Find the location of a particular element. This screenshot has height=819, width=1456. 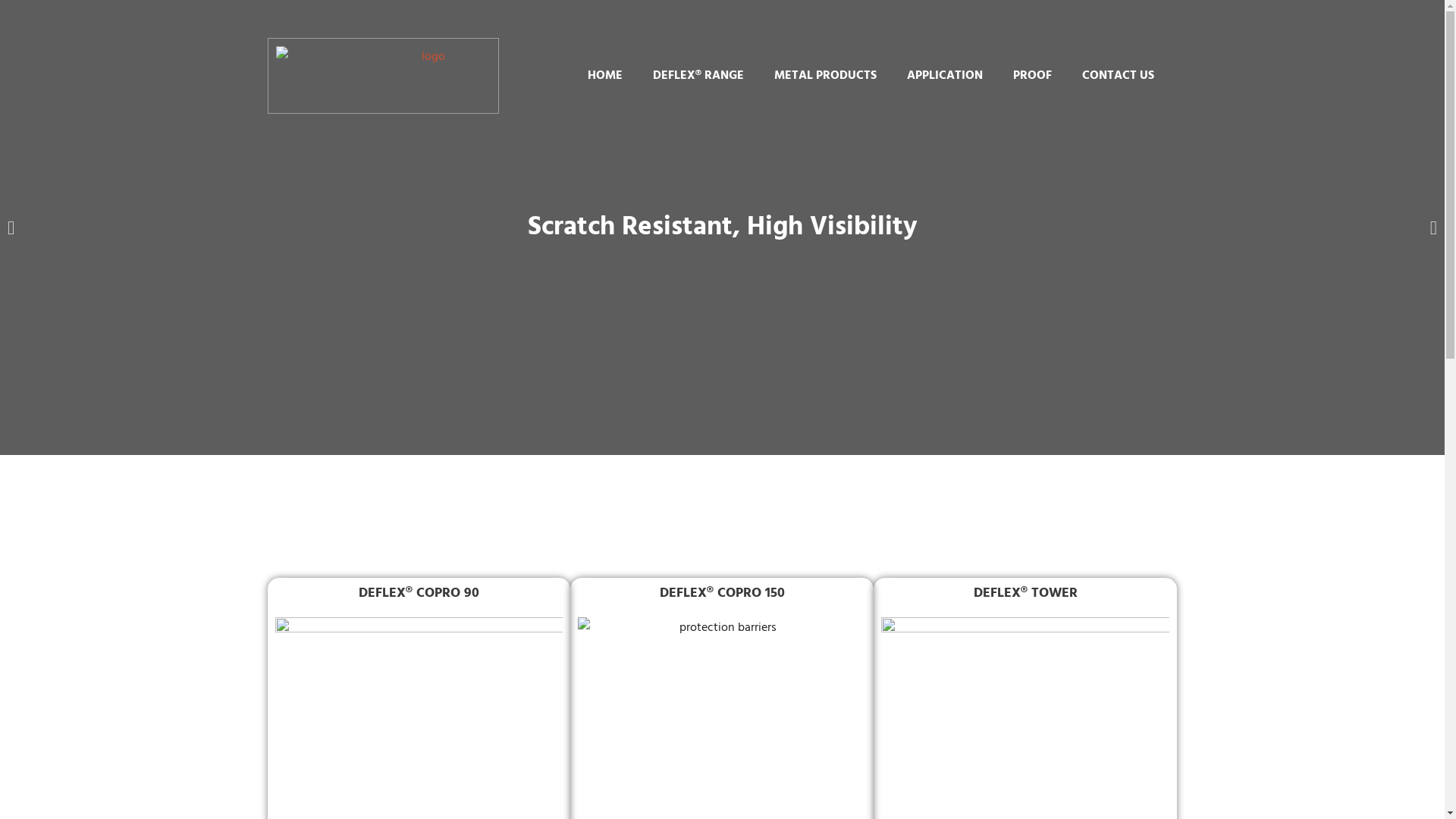

'HOME' is located at coordinates (571, 76).